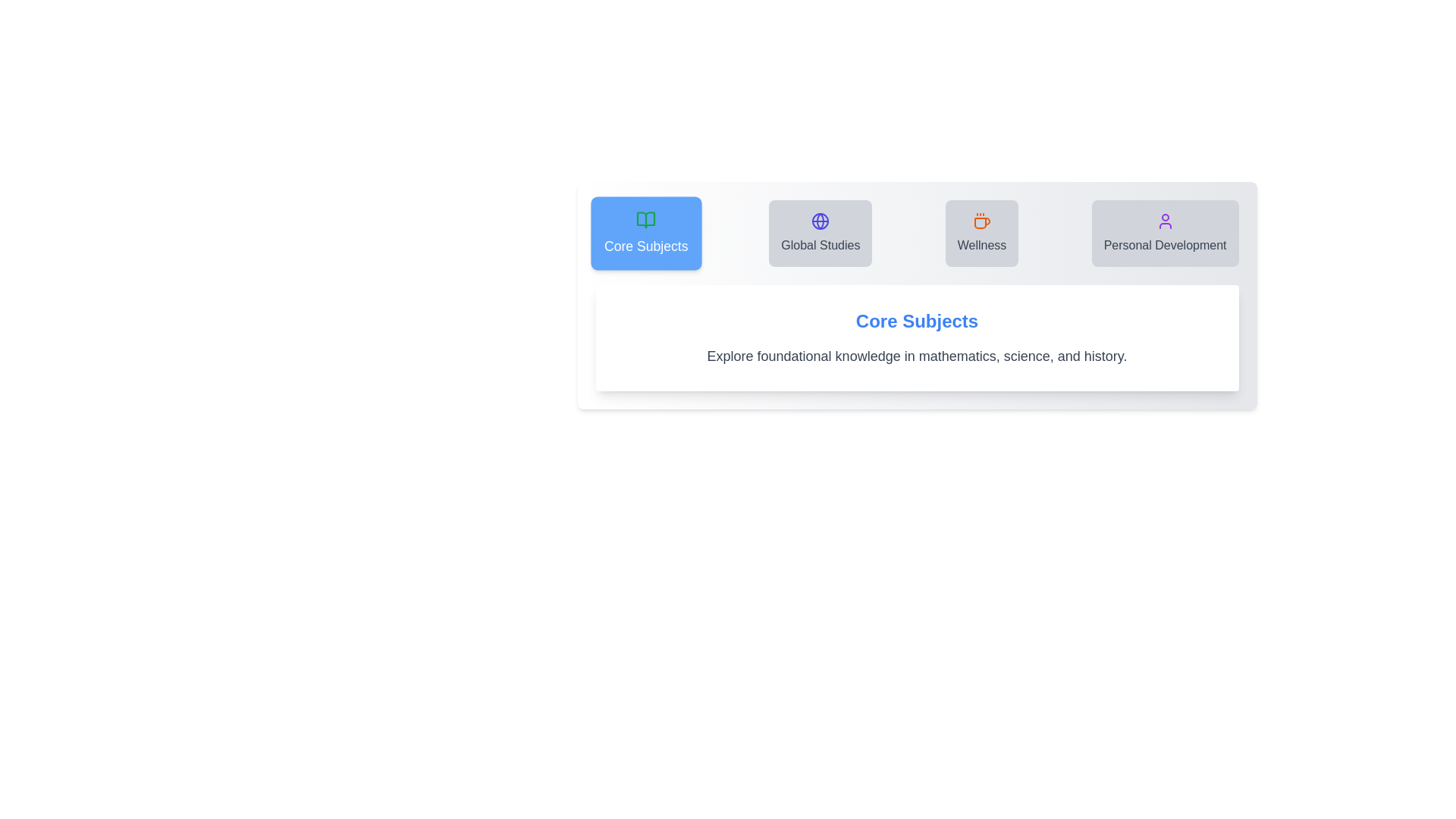 The height and width of the screenshot is (819, 1456). Describe the element at coordinates (1164, 234) in the screenshot. I see `the tab labeled Personal Development to view its content` at that location.